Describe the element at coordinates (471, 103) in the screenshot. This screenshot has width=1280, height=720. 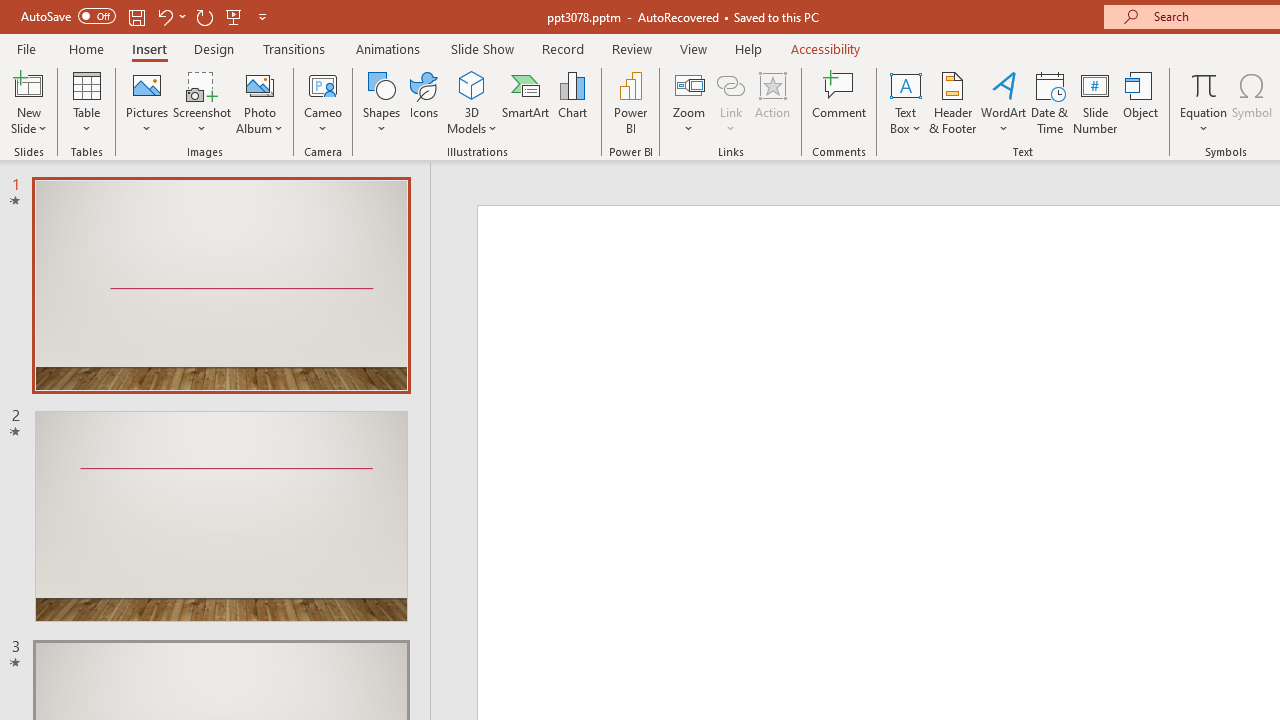
I see `'3D Models'` at that location.